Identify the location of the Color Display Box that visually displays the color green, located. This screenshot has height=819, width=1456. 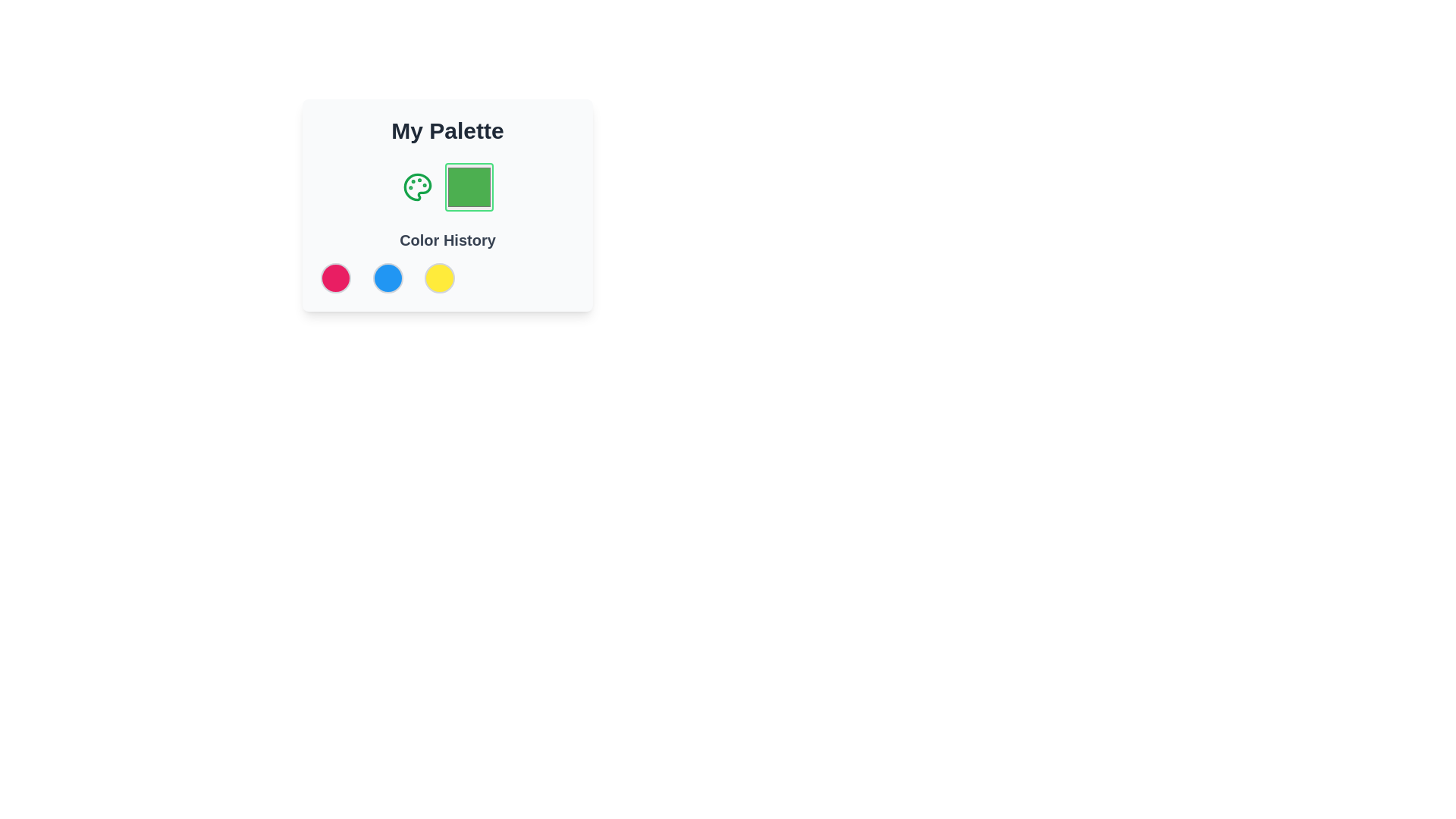
(447, 205).